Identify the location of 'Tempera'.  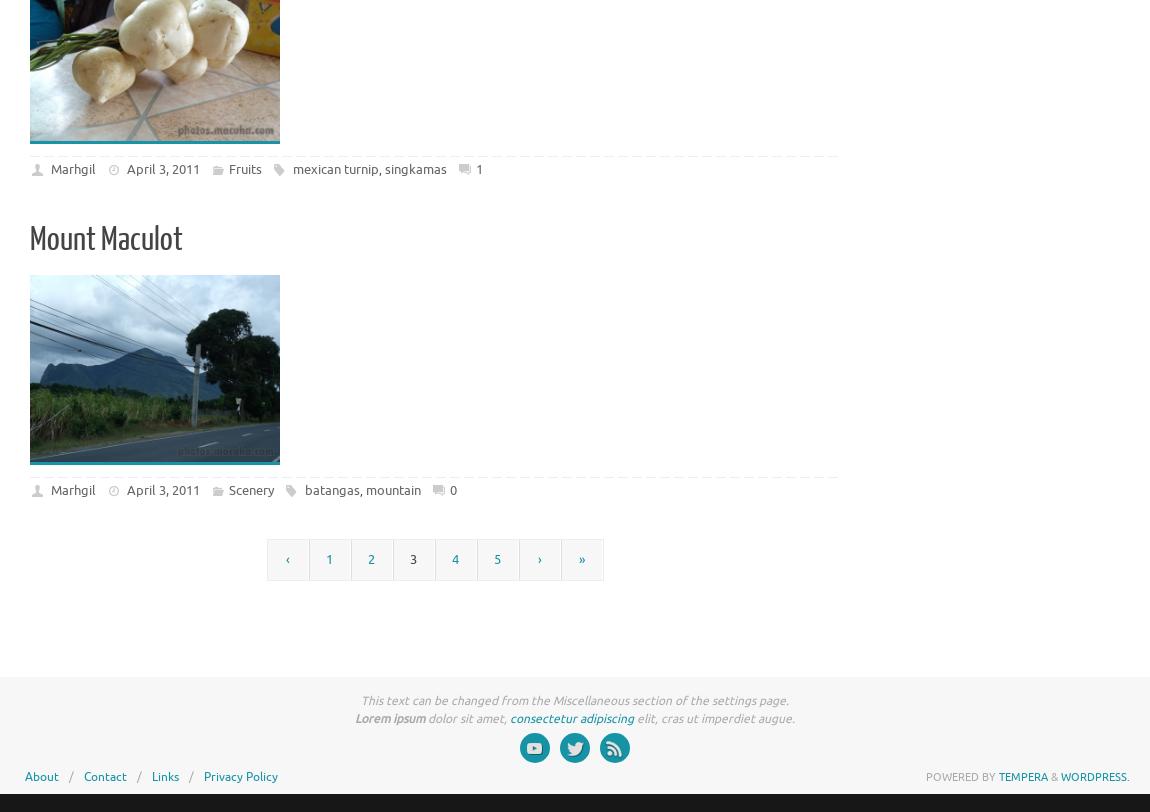
(1023, 777).